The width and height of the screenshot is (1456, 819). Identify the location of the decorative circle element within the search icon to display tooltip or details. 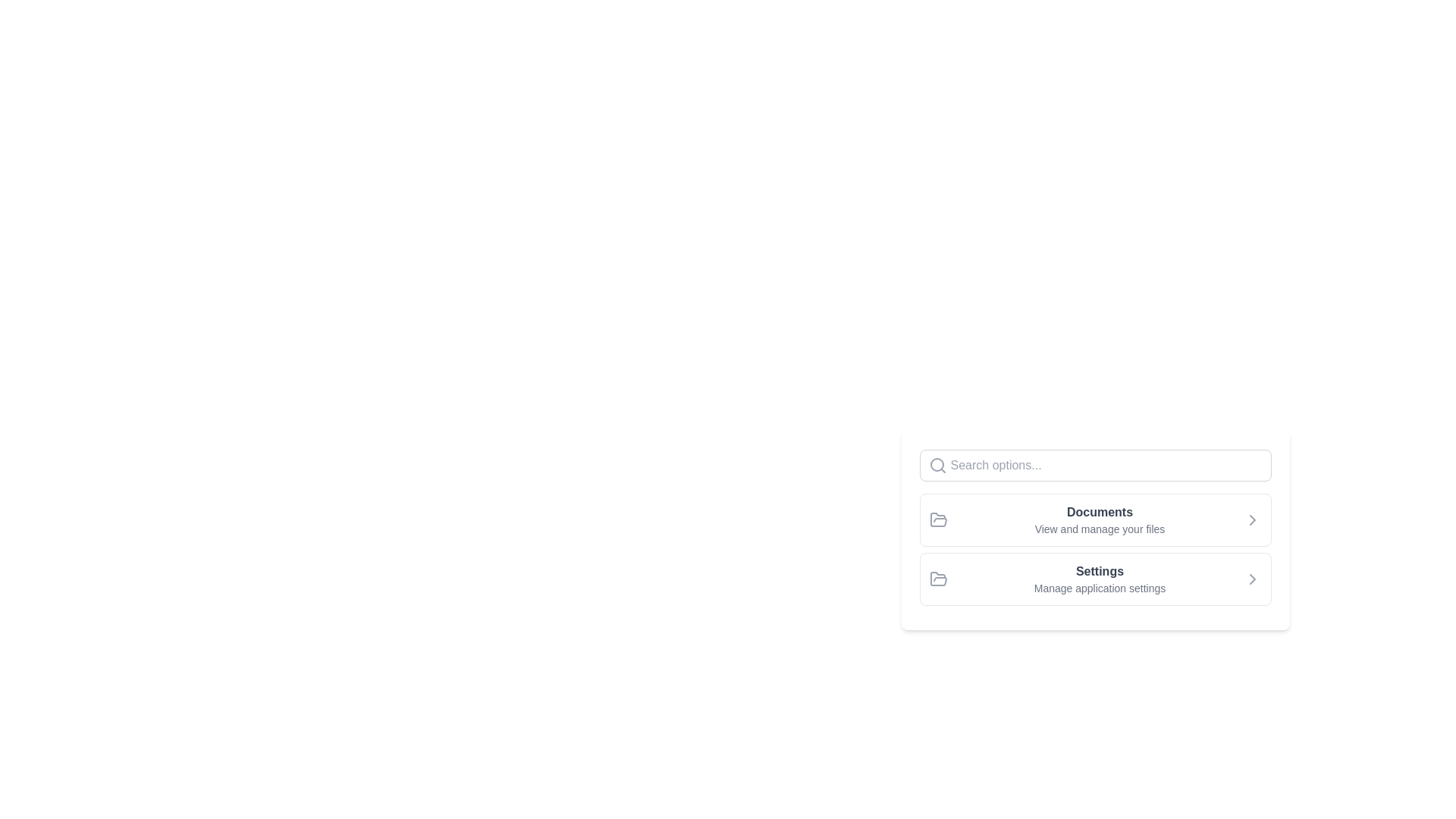
(936, 464).